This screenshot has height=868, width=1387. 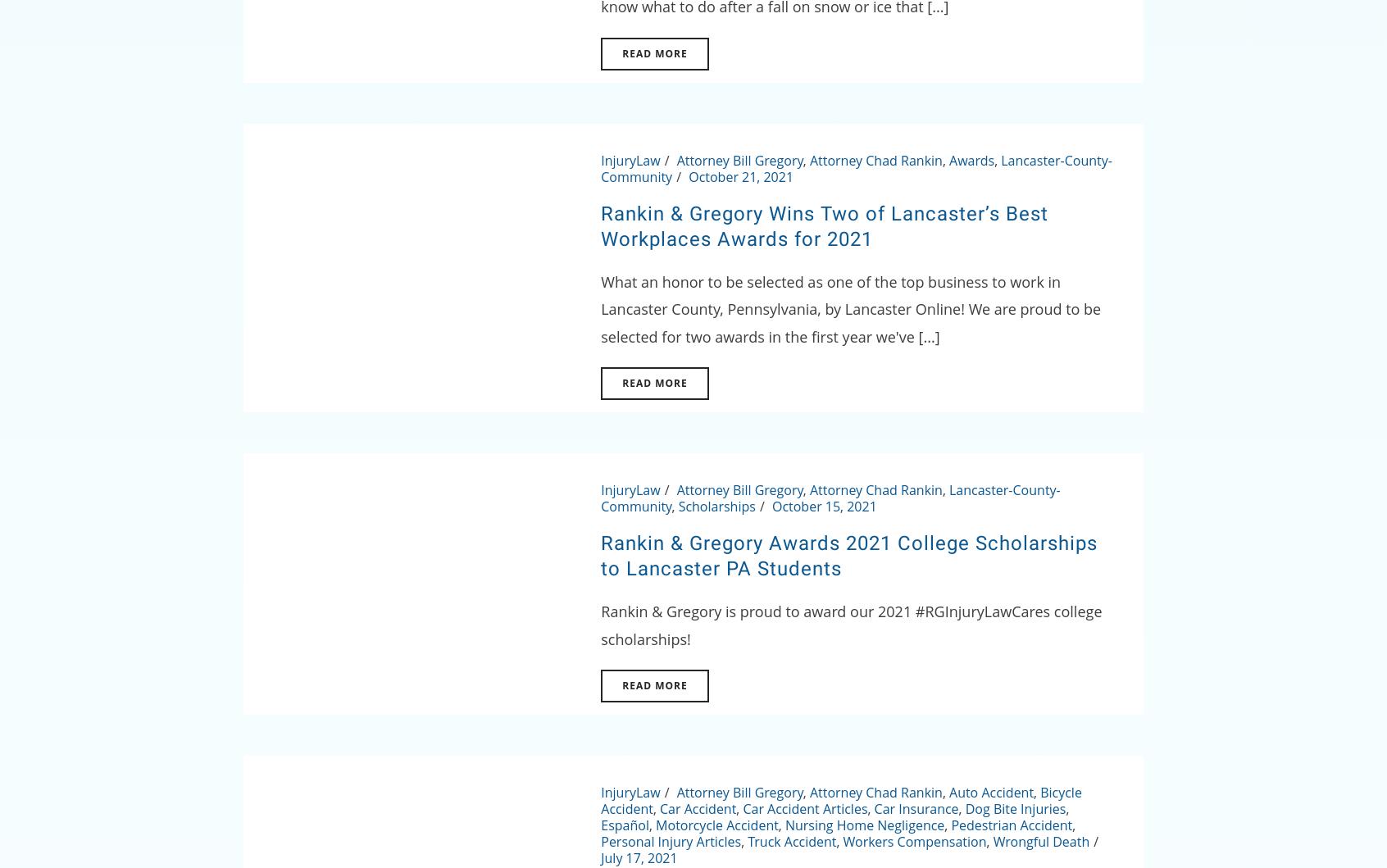 What do you see at coordinates (1015, 807) in the screenshot?
I see `'Dog Bite Injuries'` at bounding box center [1015, 807].